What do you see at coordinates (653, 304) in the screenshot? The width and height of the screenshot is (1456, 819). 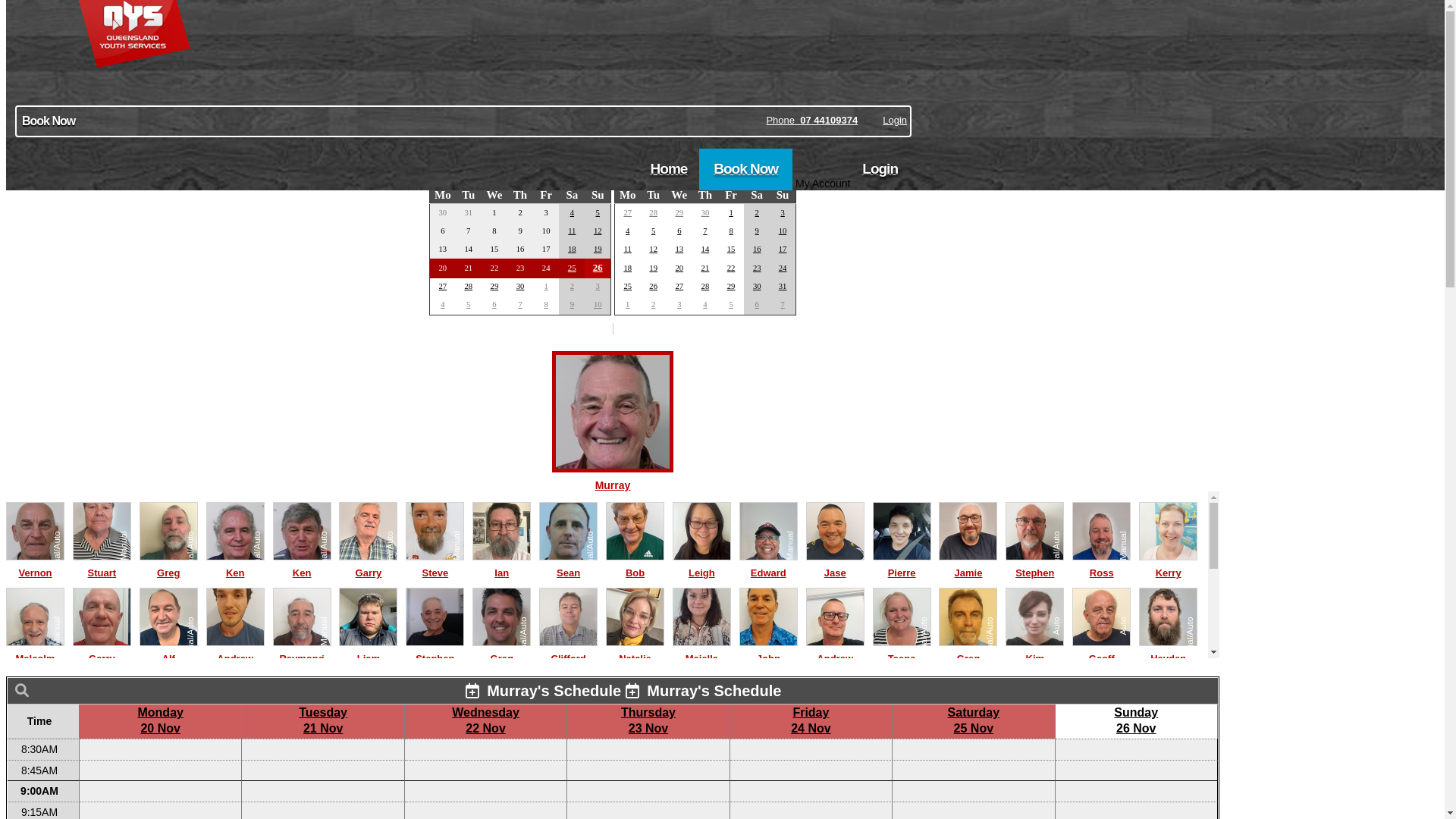 I see `'2'` at bounding box center [653, 304].